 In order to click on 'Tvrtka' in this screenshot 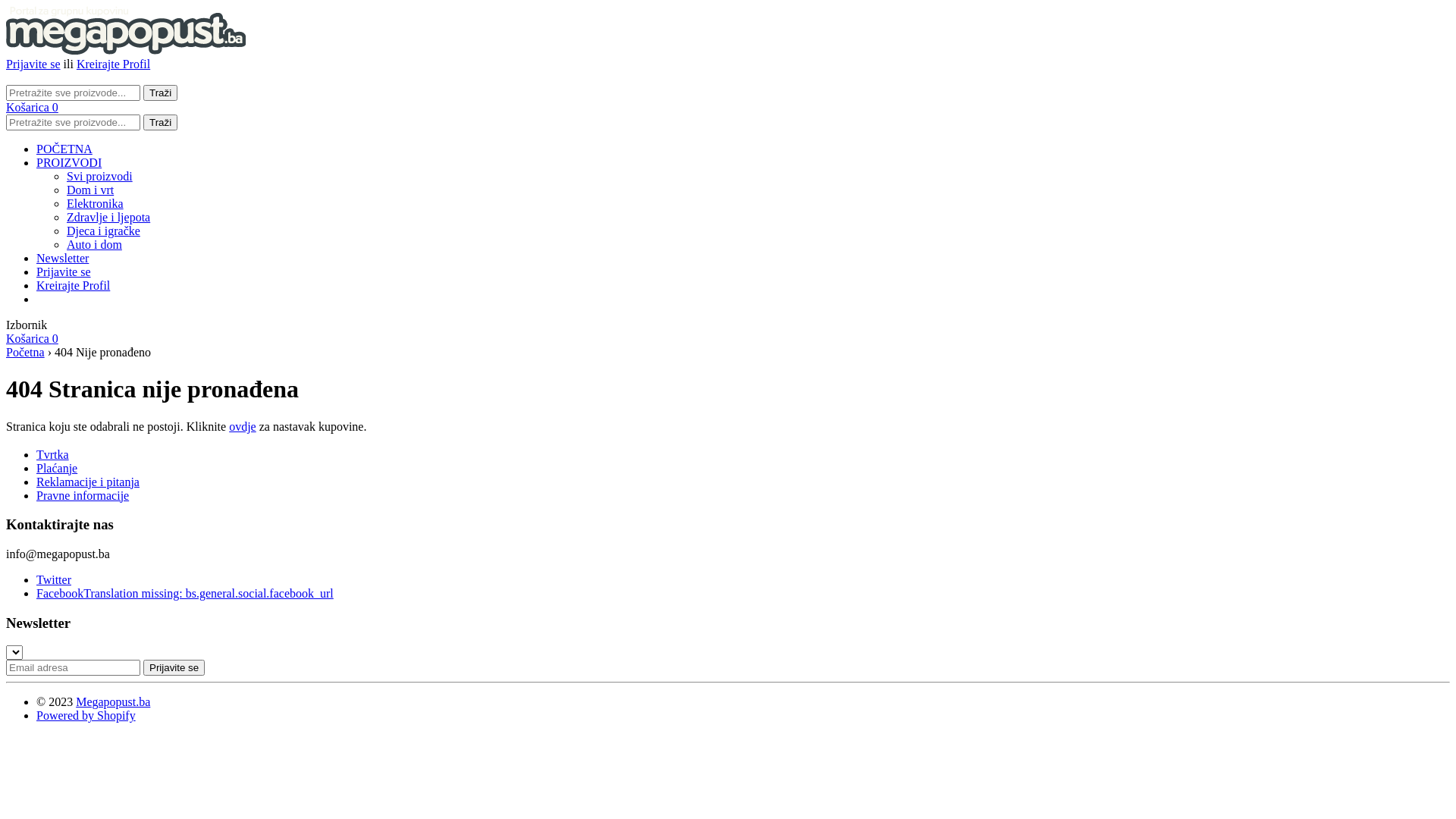, I will do `click(52, 453)`.